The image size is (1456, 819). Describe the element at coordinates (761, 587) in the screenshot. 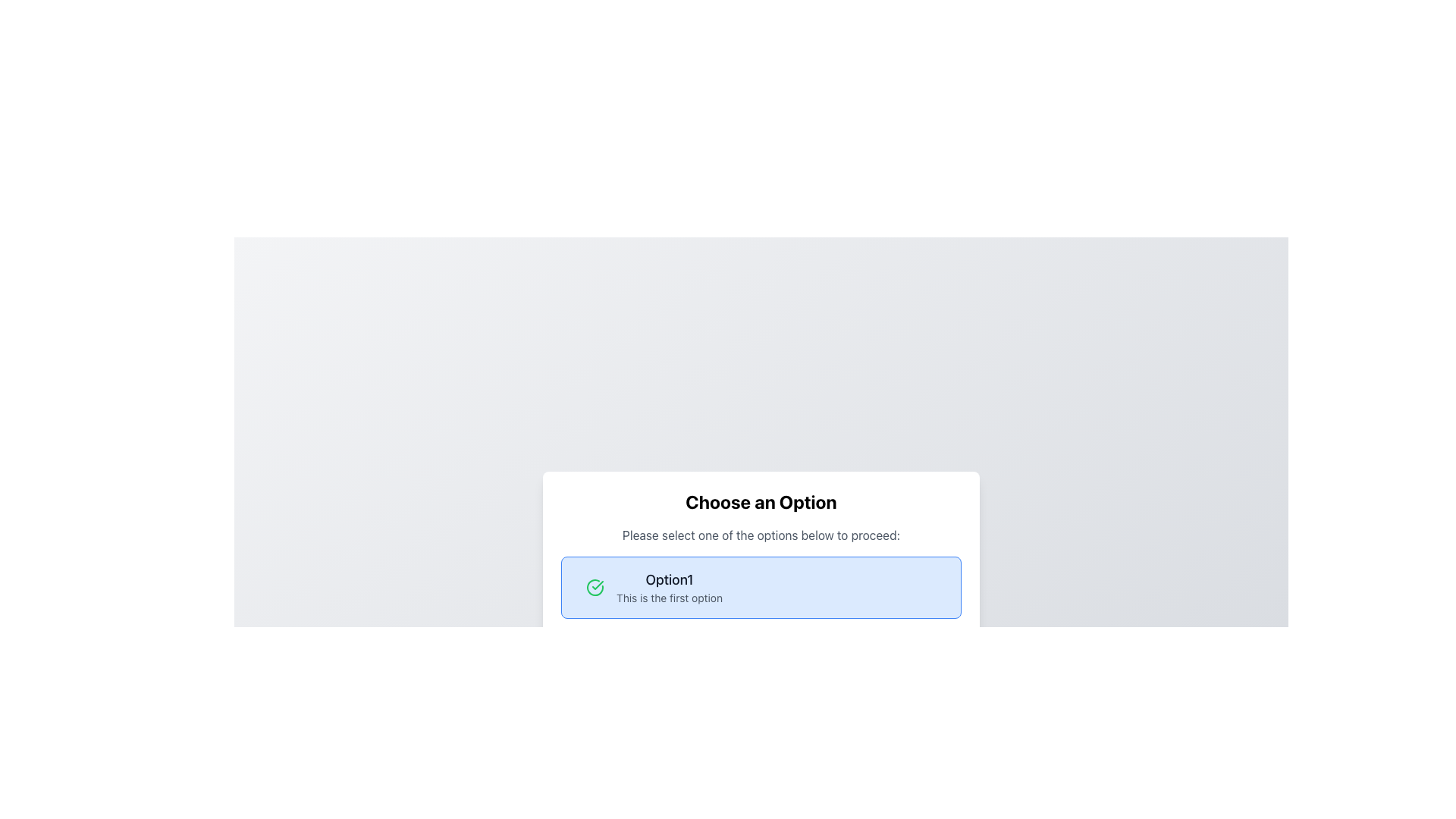

I see `the first selectable option button with a blue background, labeled 'Option1'` at that location.